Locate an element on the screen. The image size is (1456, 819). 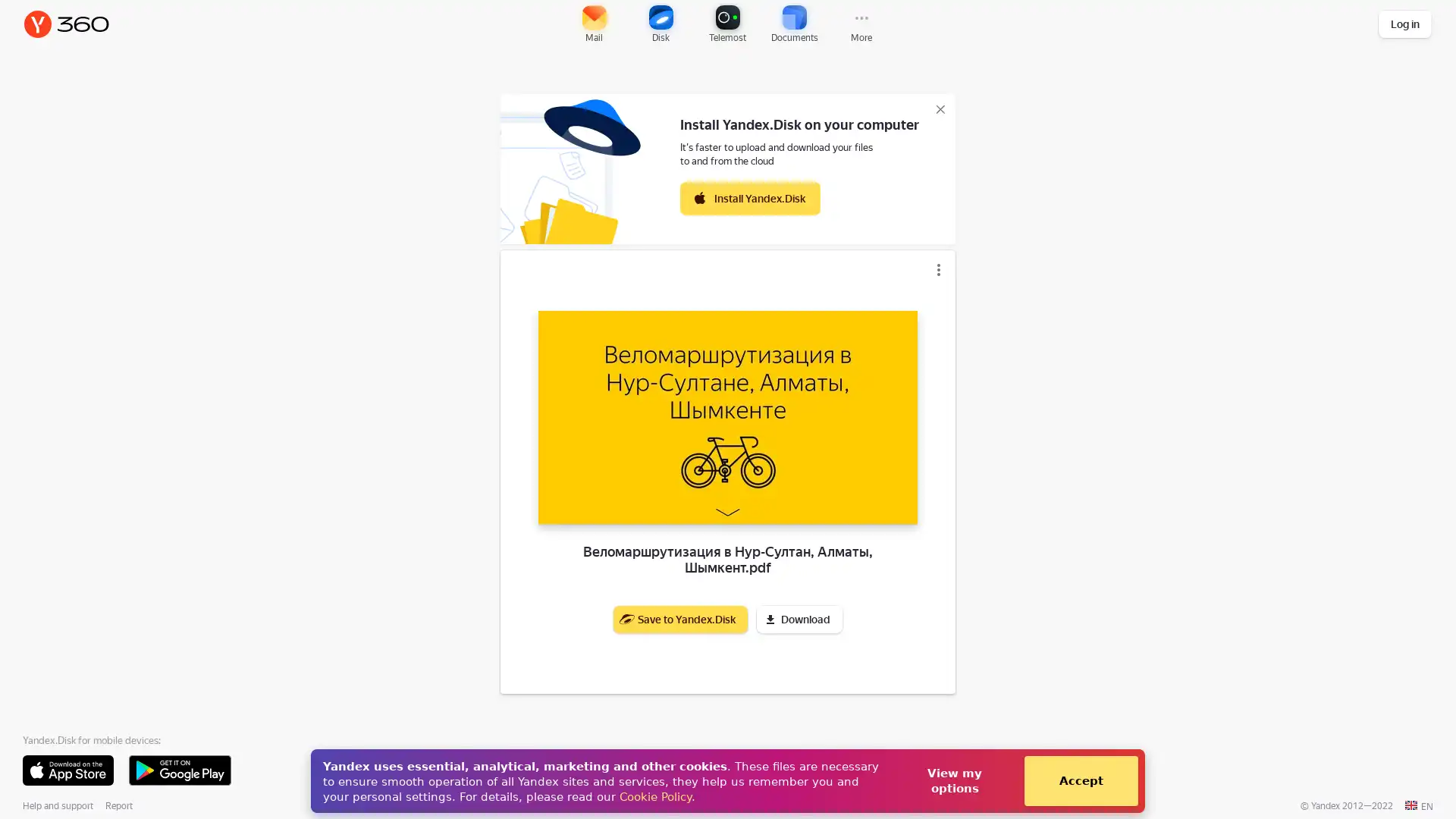
Accept is located at coordinates (1080, 780).